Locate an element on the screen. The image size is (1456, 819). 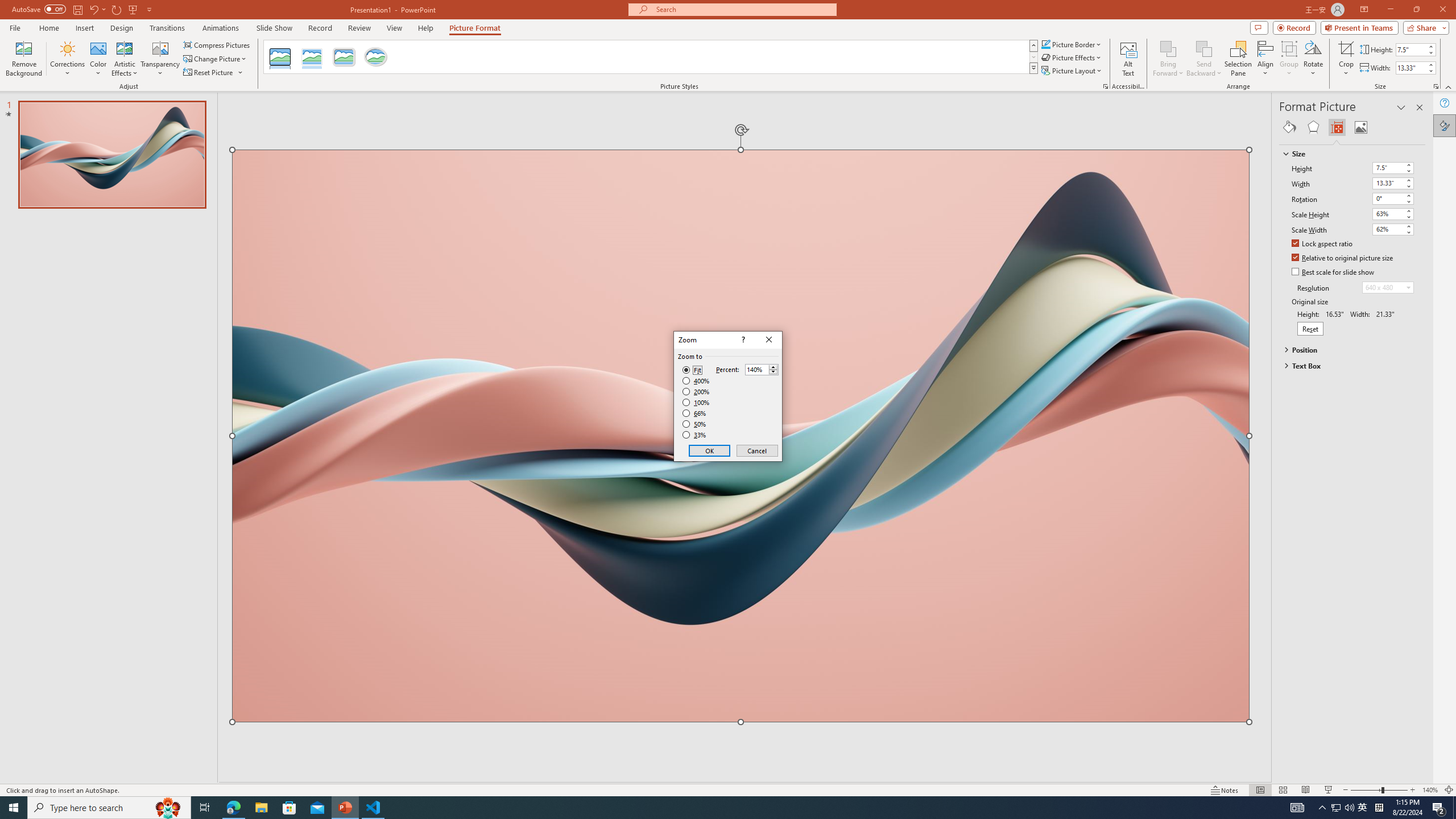
'Transparency' is located at coordinates (160, 59).